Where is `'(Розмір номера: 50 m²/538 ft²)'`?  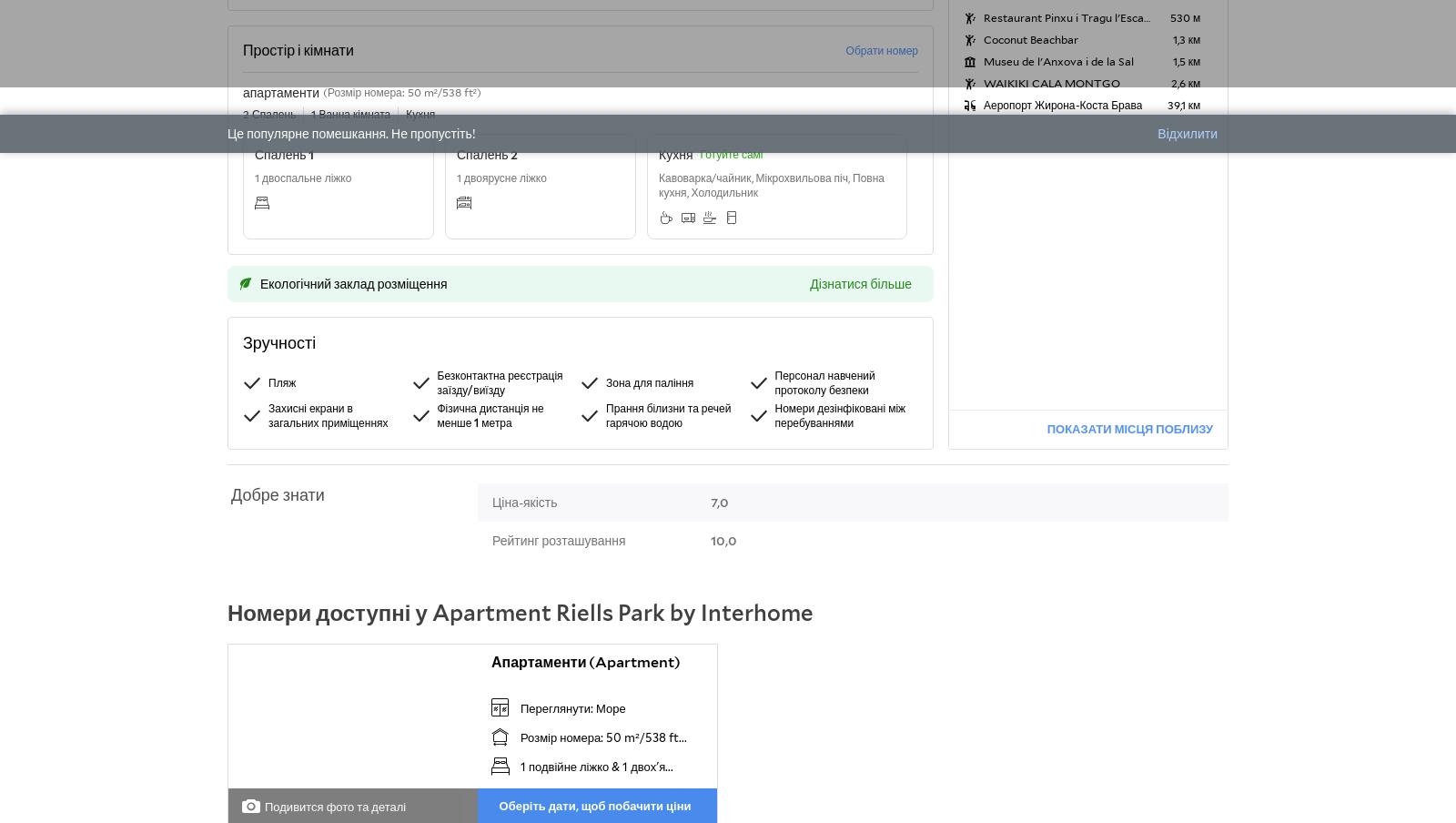
'(Розмір номера: 50 m²/538 ft²)' is located at coordinates (400, 92).